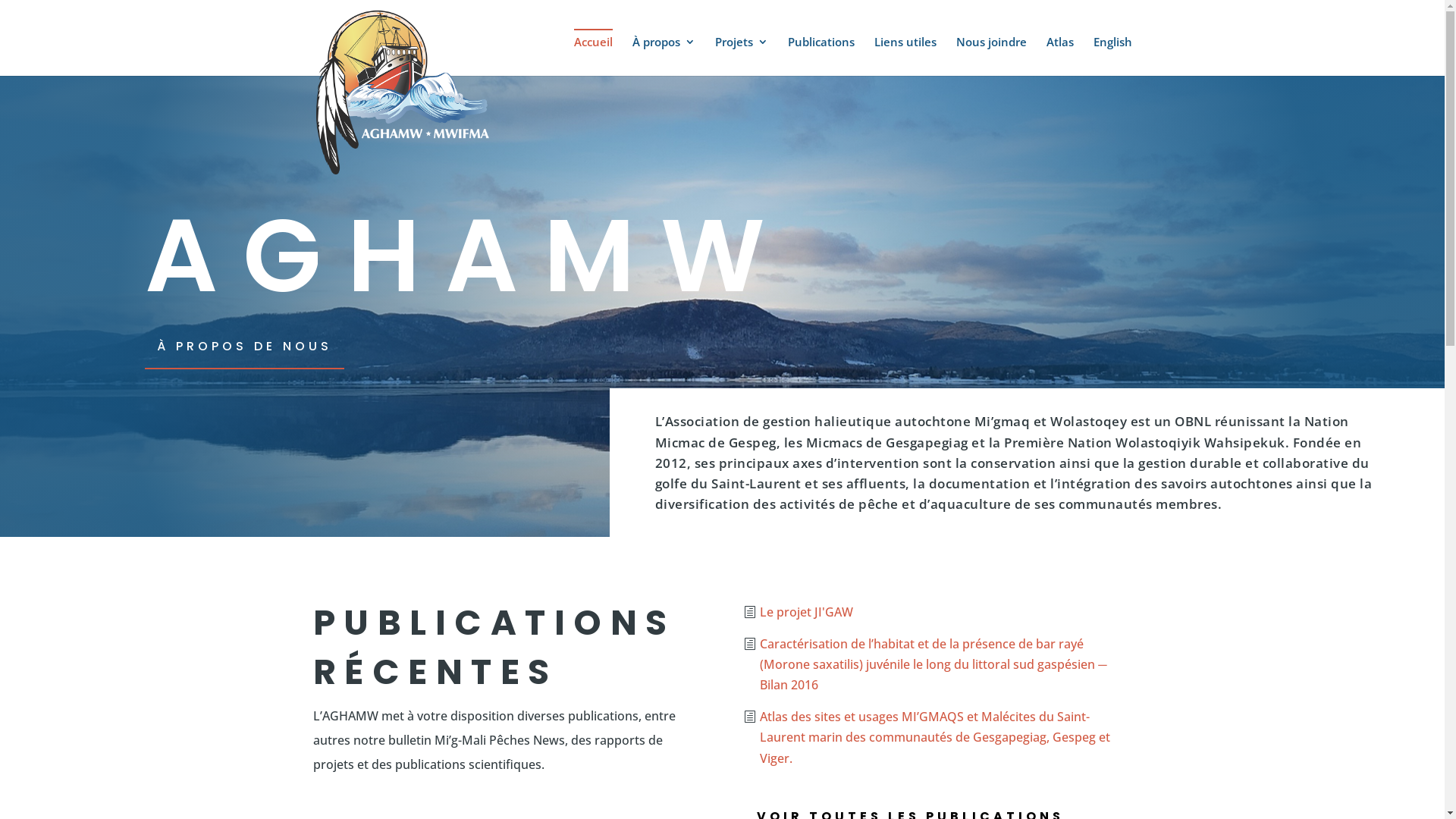 The height and width of the screenshot is (819, 1456). What do you see at coordinates (1059, 55) in the screenshot?
I see `'Atlas'` at bounding box center [1059, 55].